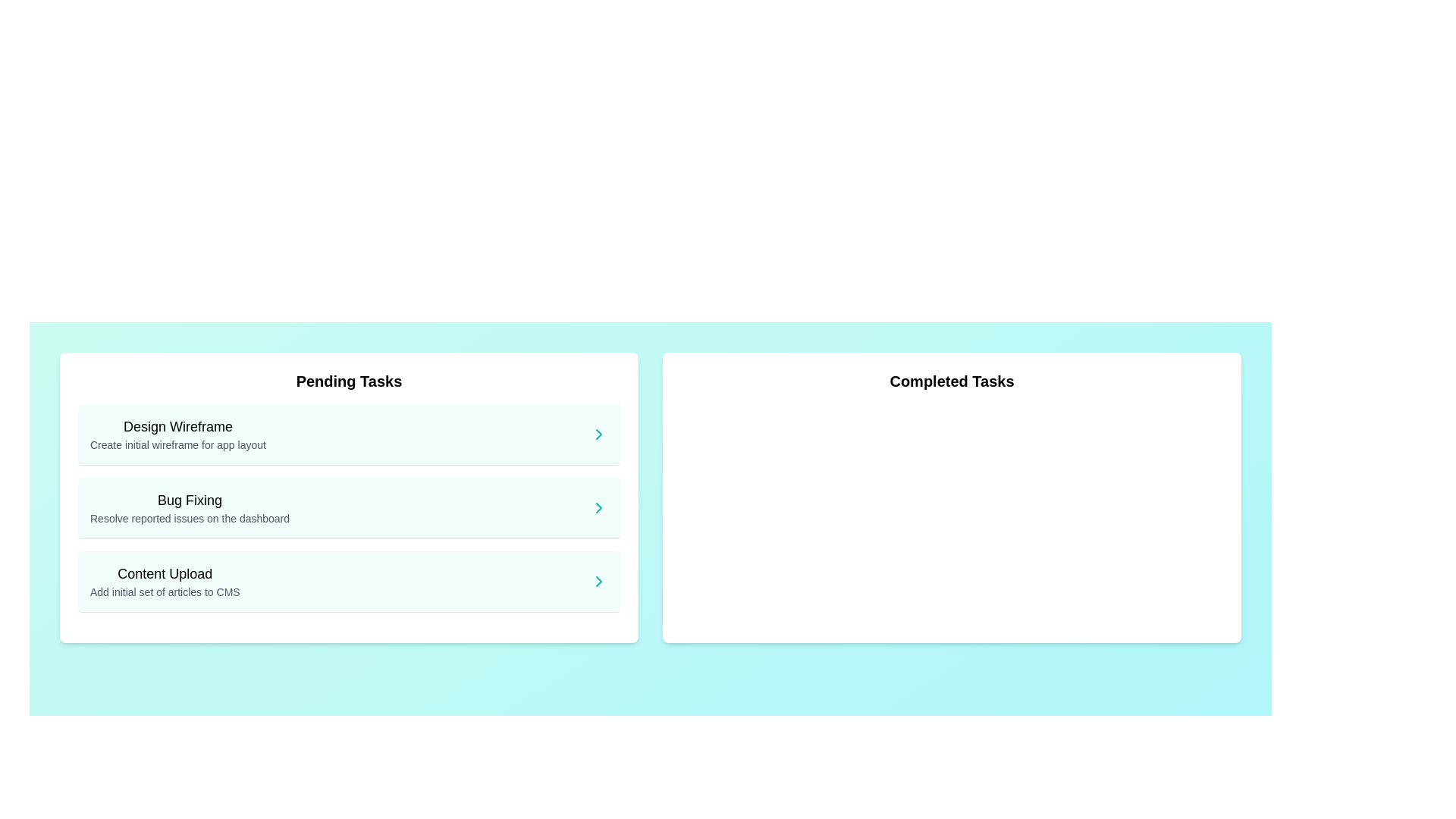 The height and width of the screenshot is (819, 1456). I want to click on the 'Bug Fixing' text label located in the second card under the 'Pending Tasks' section, positioned above the description text 'Resolve reported issues on the dashboard', so click(189, 500).